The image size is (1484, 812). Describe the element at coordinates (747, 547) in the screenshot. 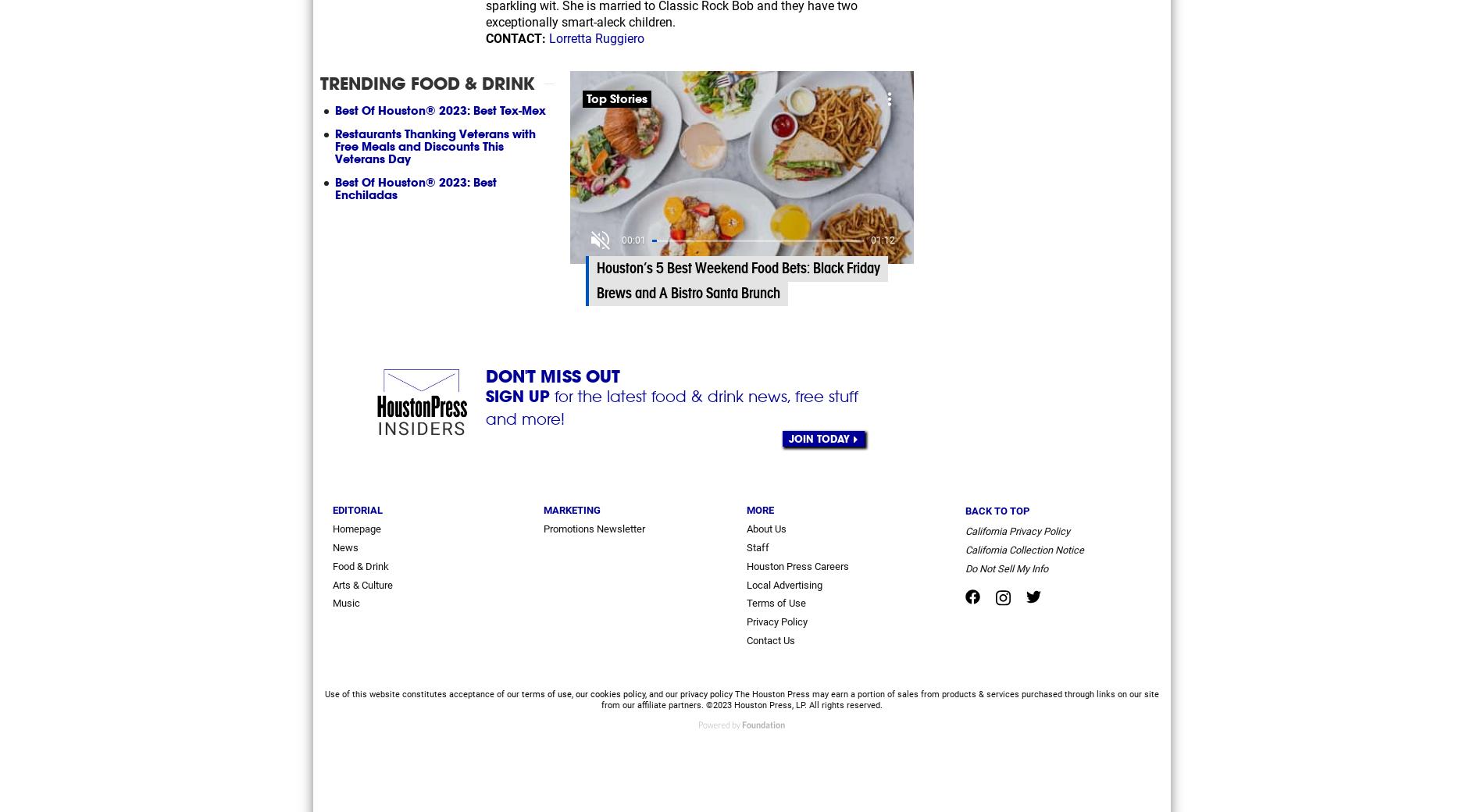

I see `'Staff'` at that location.